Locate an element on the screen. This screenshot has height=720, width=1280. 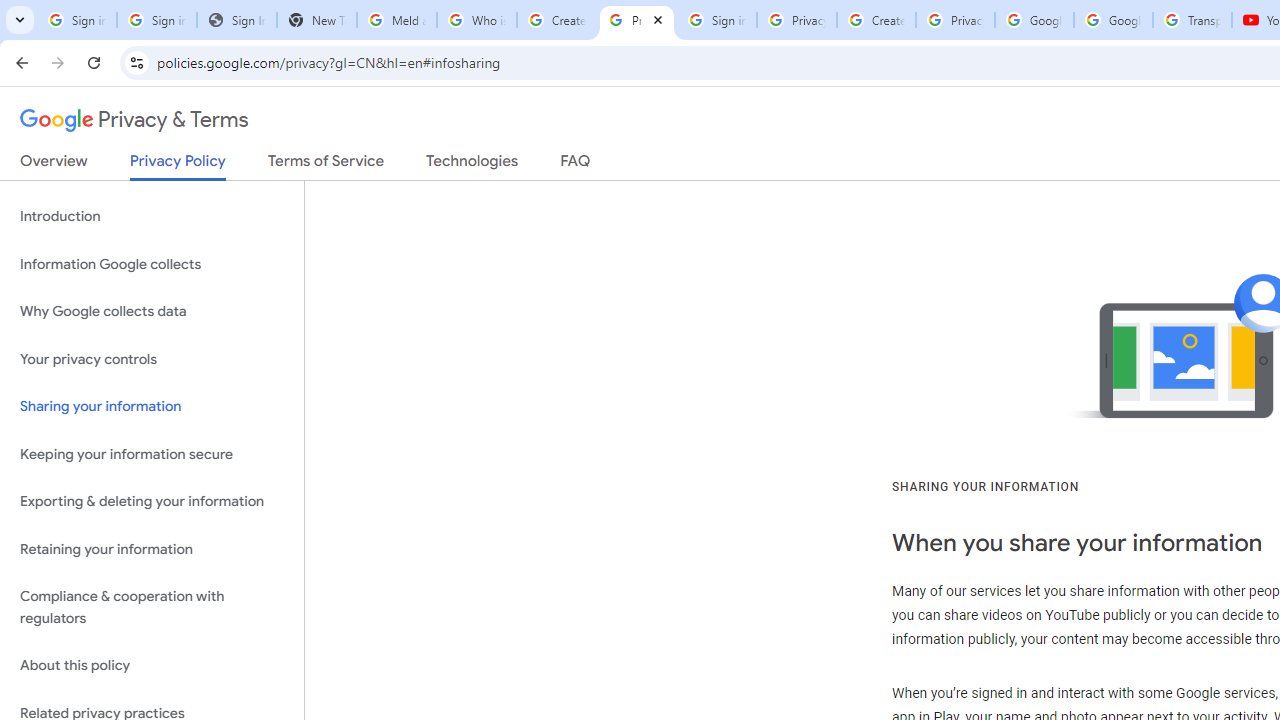
'Google Account' is located at coordinates (1112, 20).